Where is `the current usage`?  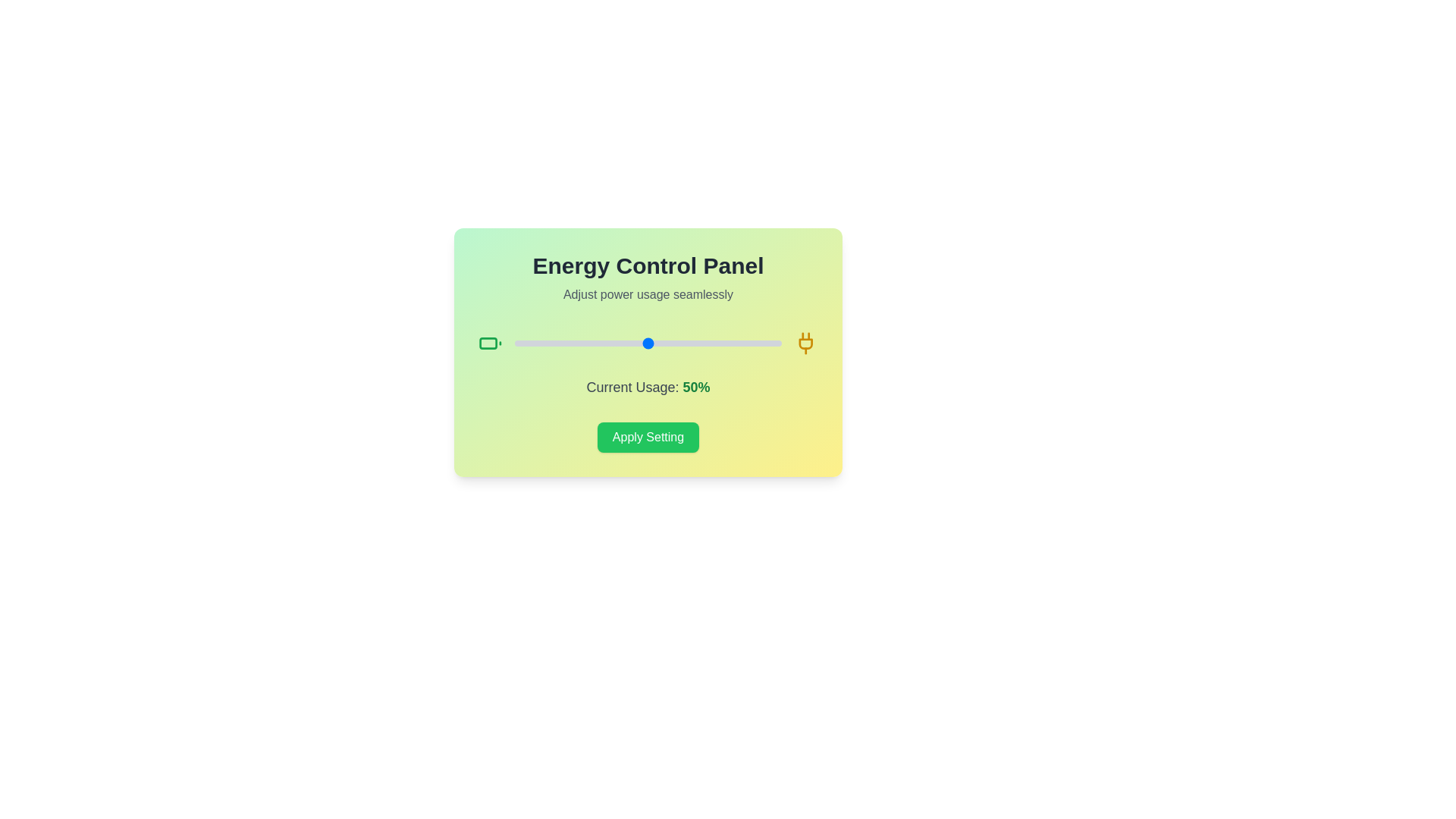
the current usage is located at coordinates (733, 343).